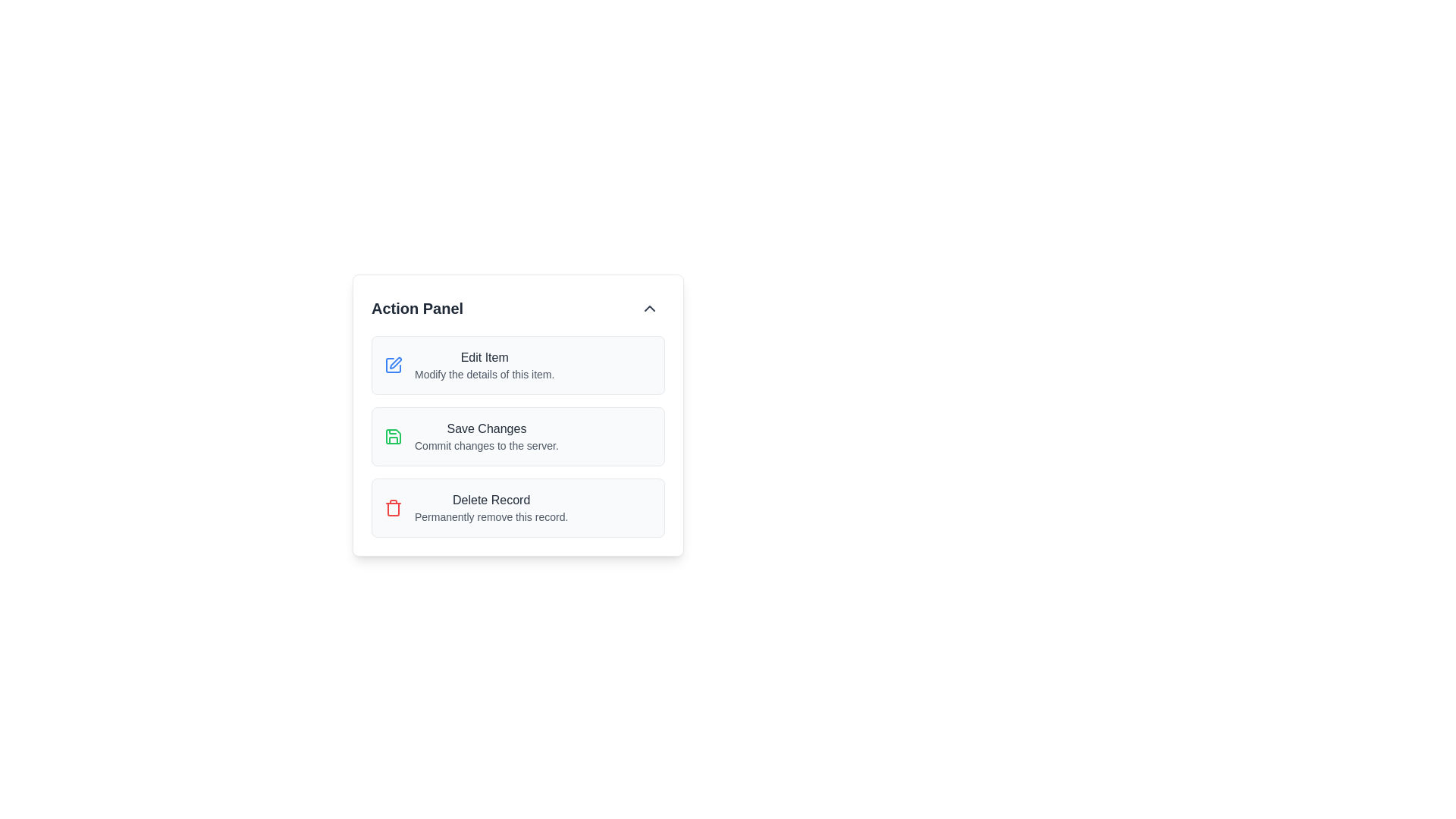  Describe the element at coordinates (393, 508) in the screenshot. I see `the delete action icon located to the left of the 'Delete Record' text in the bottom section of the Action Panel widget` at that location.